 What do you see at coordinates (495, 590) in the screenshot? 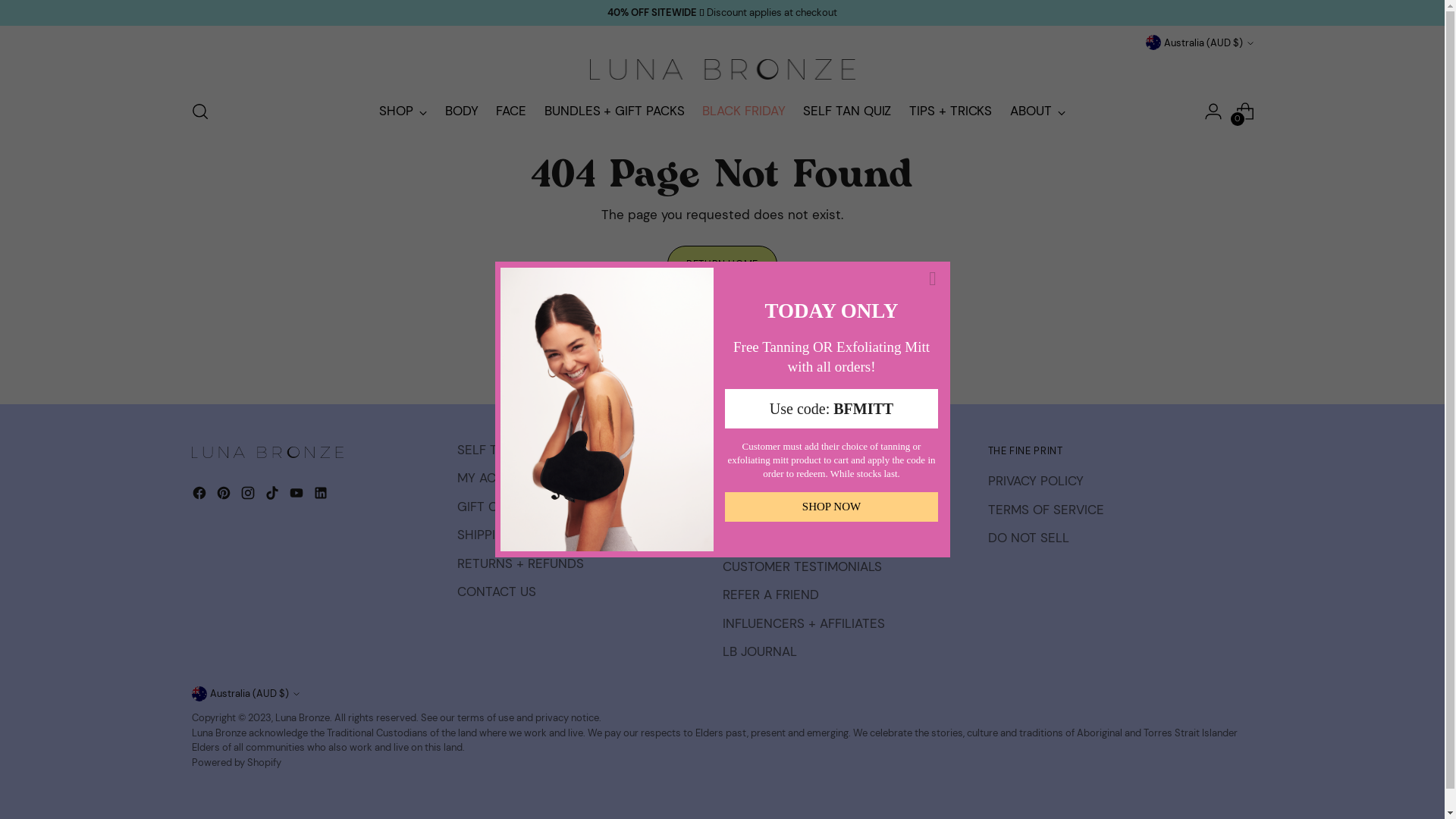
I see `'CONTACT US'` at bounding box center [495, 590].